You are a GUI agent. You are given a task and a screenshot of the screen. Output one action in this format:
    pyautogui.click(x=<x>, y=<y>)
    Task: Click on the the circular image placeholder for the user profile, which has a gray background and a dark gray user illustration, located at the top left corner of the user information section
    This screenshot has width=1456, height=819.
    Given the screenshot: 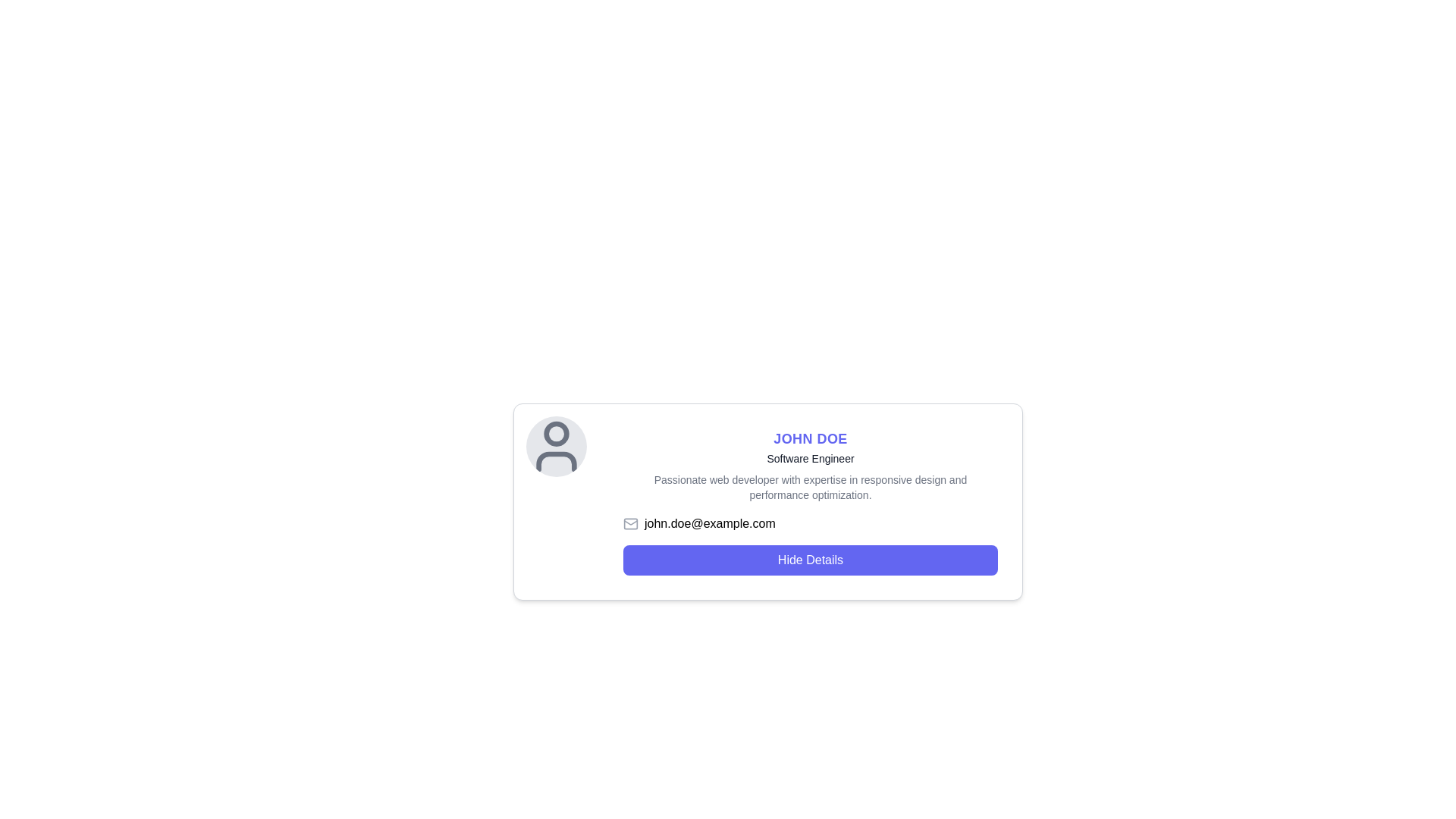 What is the action you would take?
    pyautogui.click(x=556, y=446)
    